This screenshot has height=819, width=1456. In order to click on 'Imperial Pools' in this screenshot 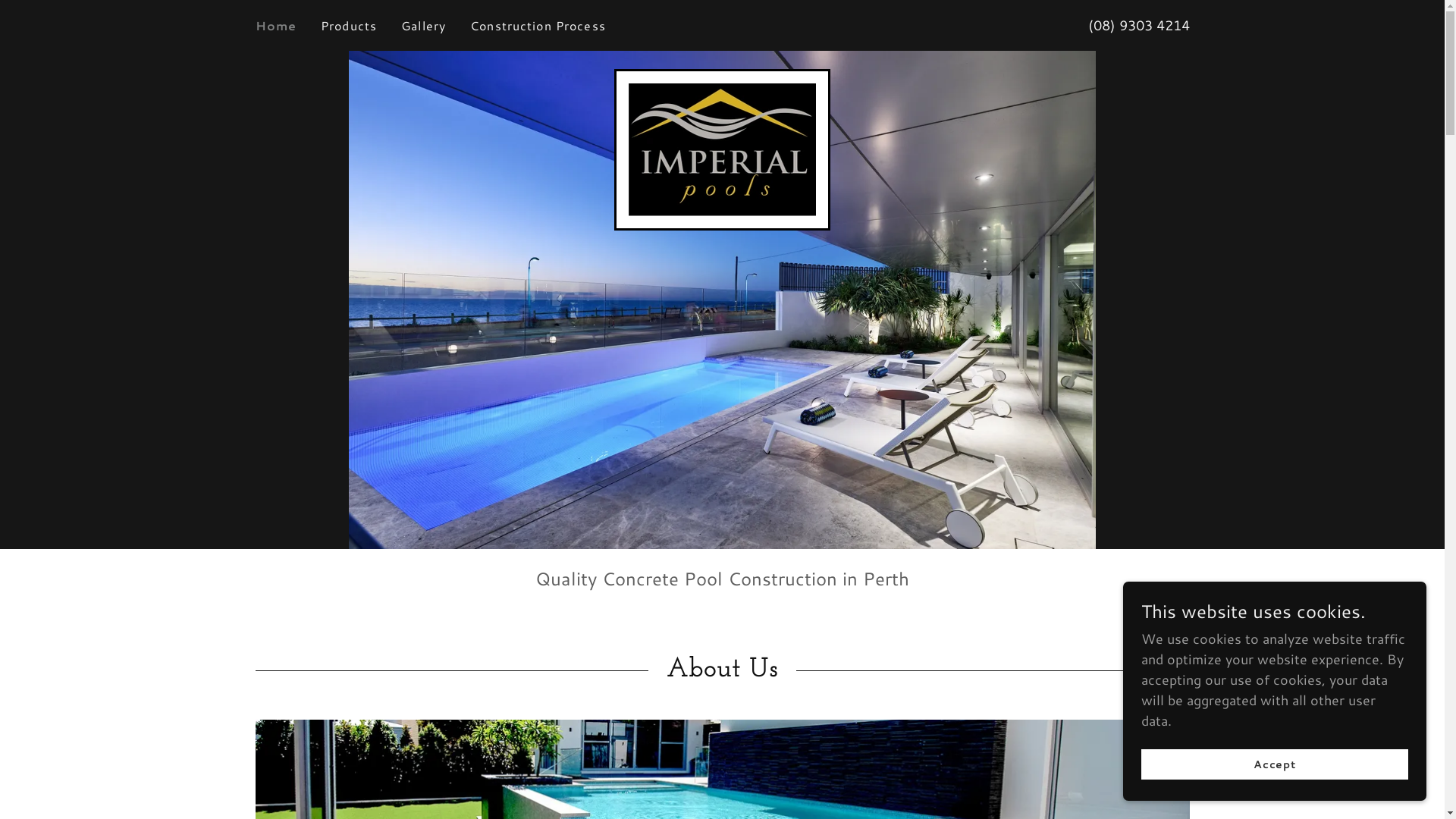, I will do `click(721, 148)`.